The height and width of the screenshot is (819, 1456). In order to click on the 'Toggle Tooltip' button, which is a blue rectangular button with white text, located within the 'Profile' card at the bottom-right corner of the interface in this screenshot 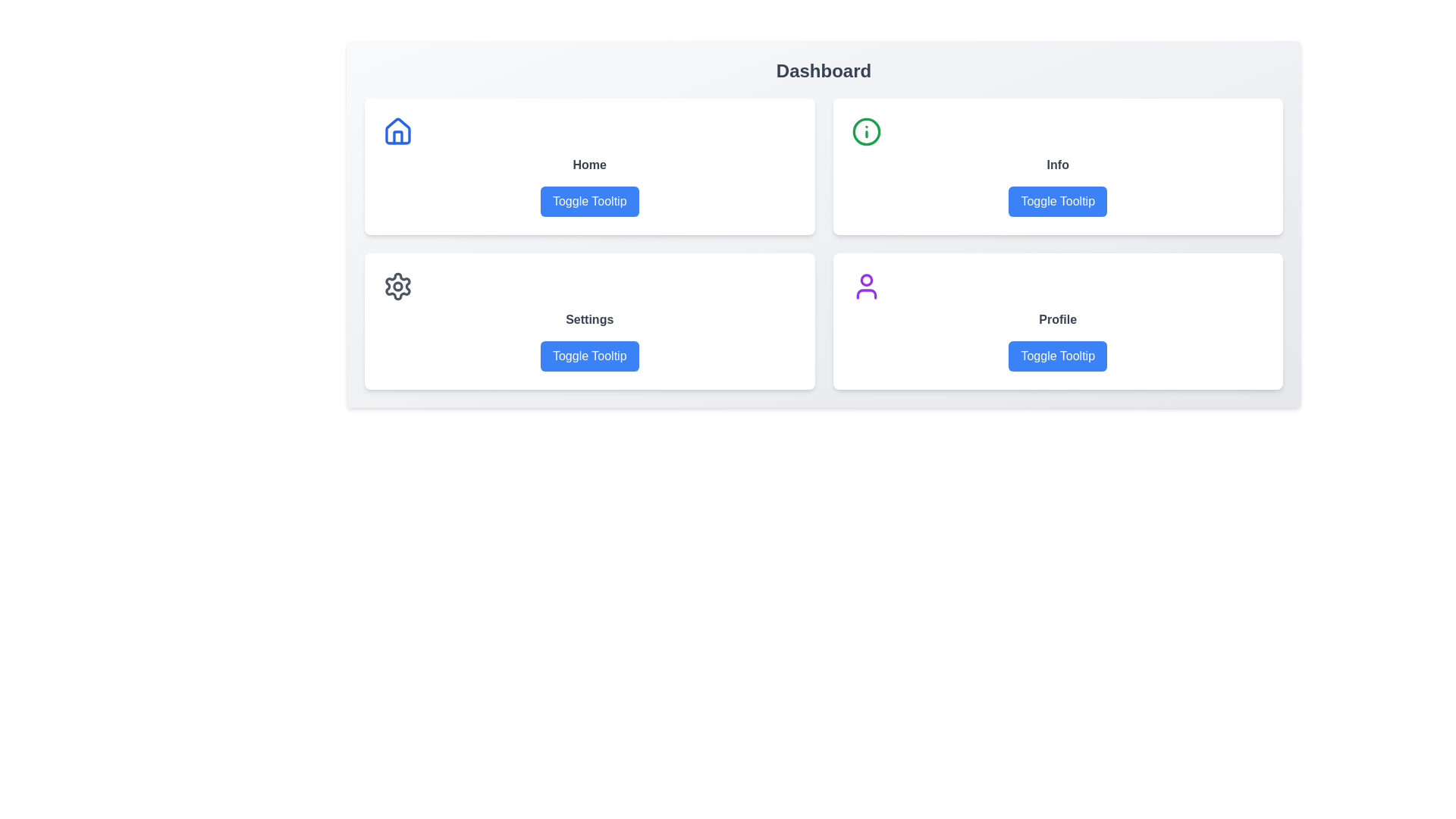, I will do `click(1057, 356)`.